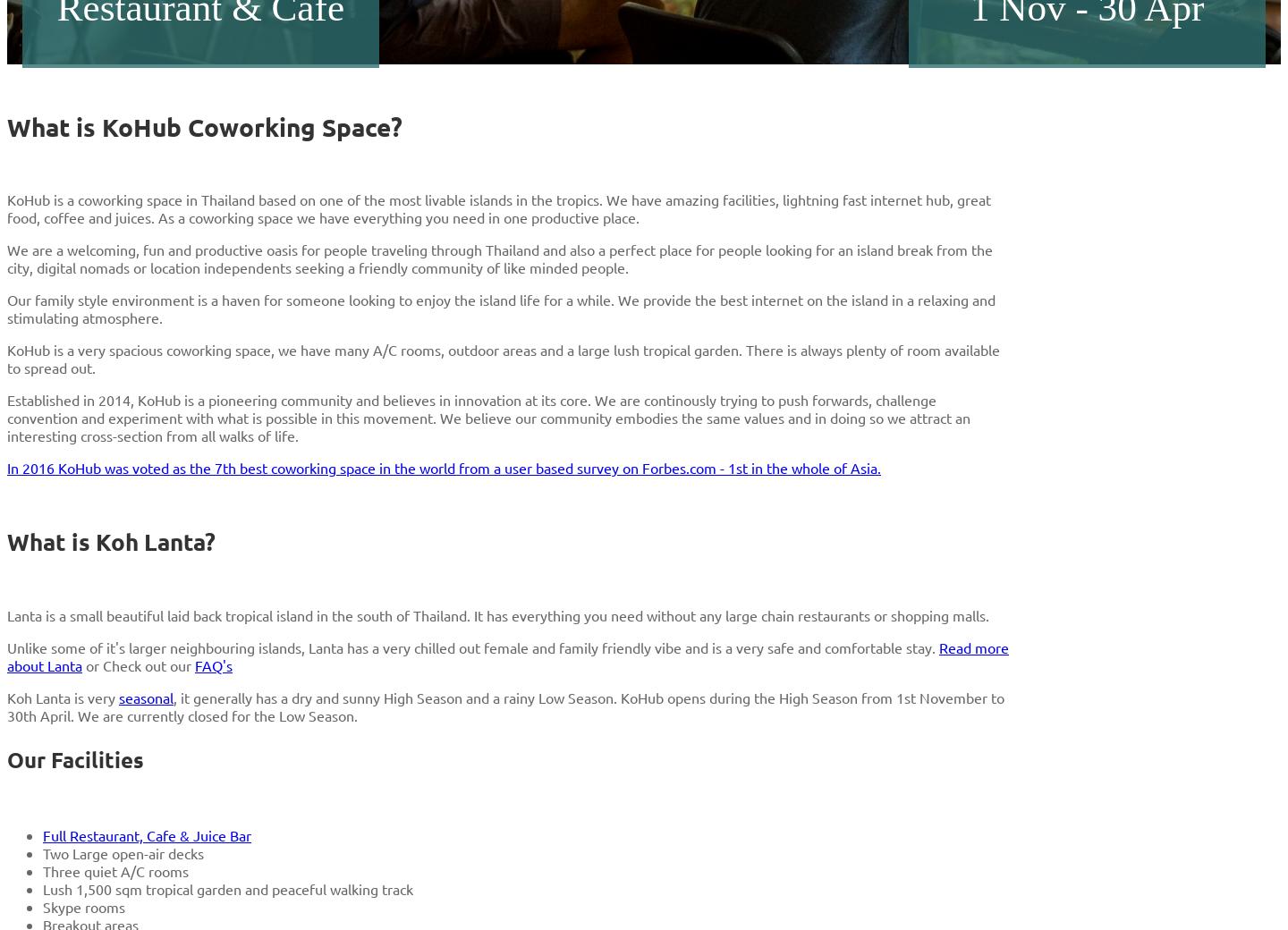 The height and width of the screenshot is (930, 1288). Describe the element at coordinates (507, 656) in the screenshot. I see `'Read more about Lanta'` at that location.